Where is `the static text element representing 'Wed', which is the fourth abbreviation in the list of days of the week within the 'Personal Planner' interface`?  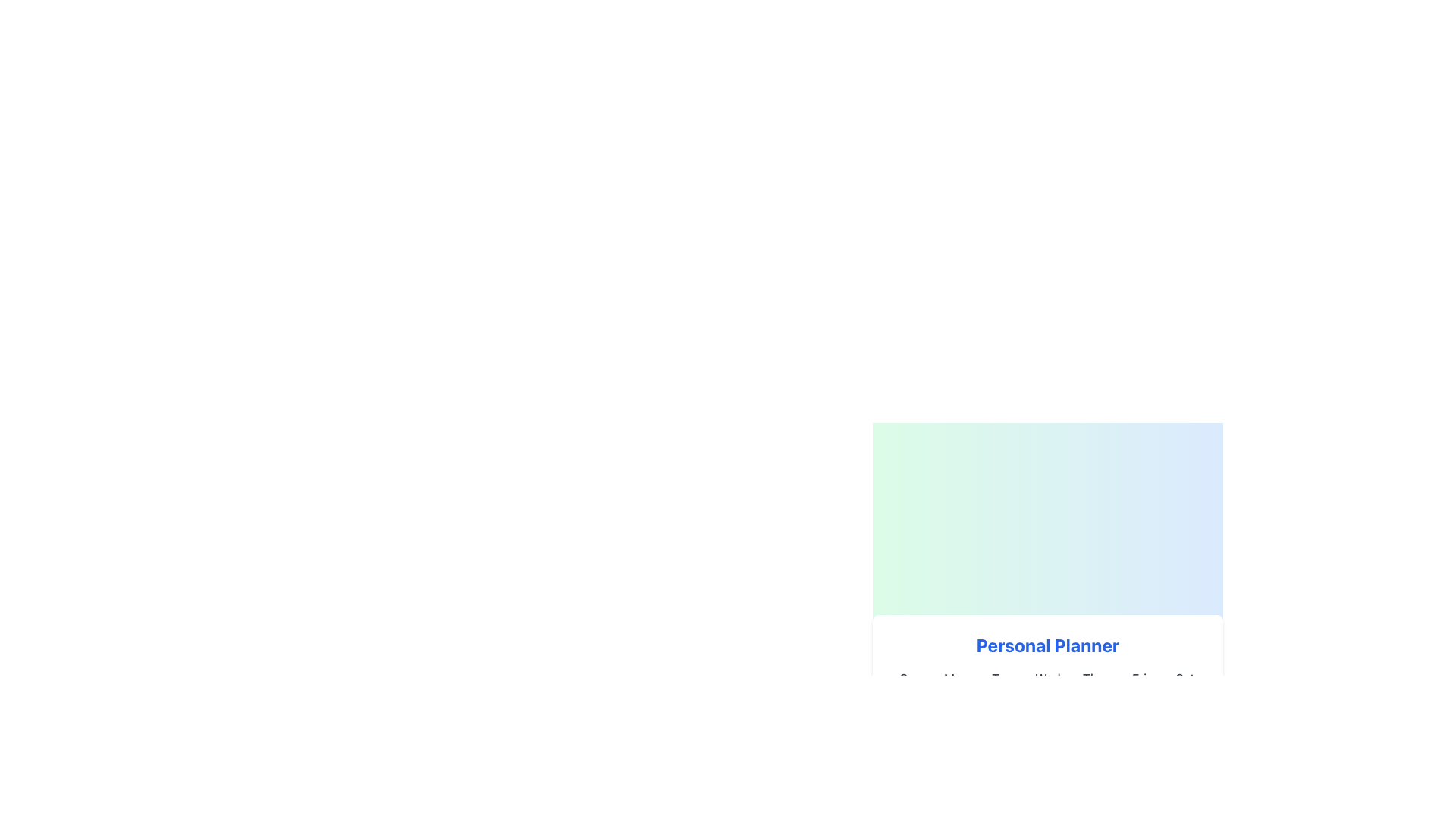 the static text element representing 'Wed', which is the fourth abbreviation in the list of days of the week within the 'Personal Planner' interface is located at coordinates (1047, 677).